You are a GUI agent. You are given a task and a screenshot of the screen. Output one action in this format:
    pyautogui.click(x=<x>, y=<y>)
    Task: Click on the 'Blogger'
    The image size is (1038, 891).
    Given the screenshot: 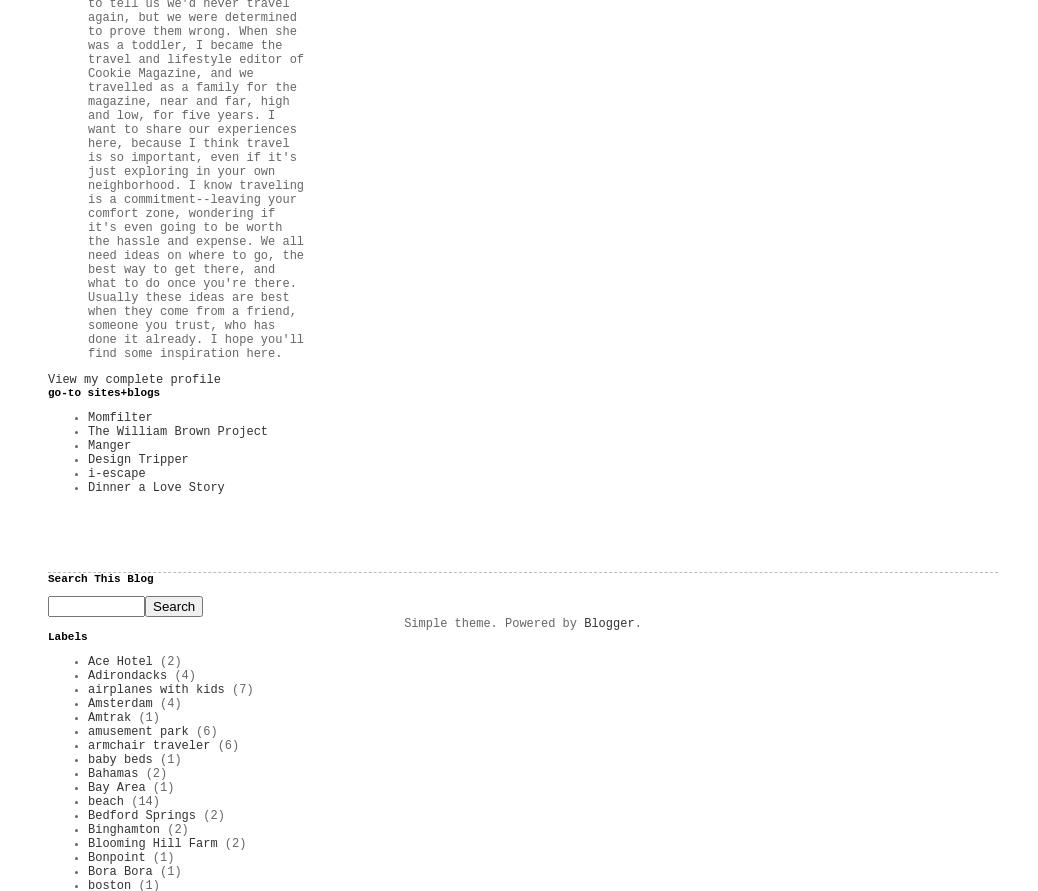 What is the action you would take?
    pyautogui.click(x=607, y=623)
    